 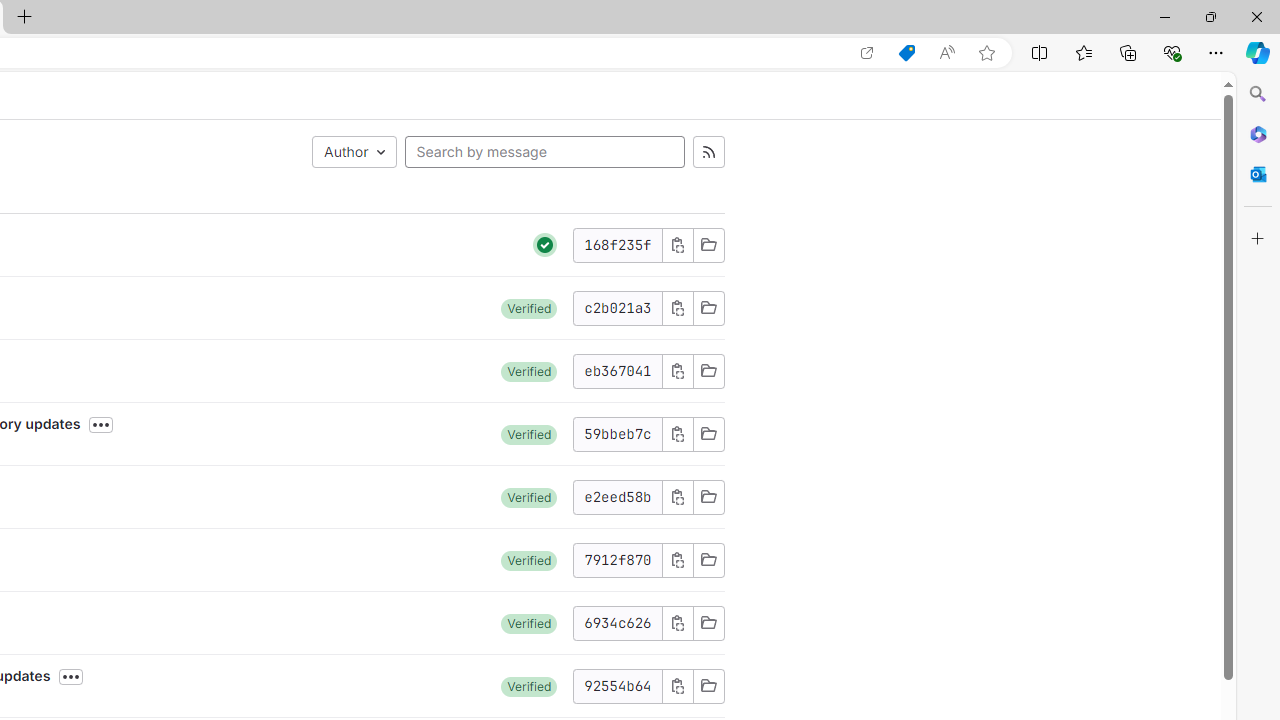 I want to click on 'Class: s16 gl-icon gl-button-icon ', so click(x=677, y=685).